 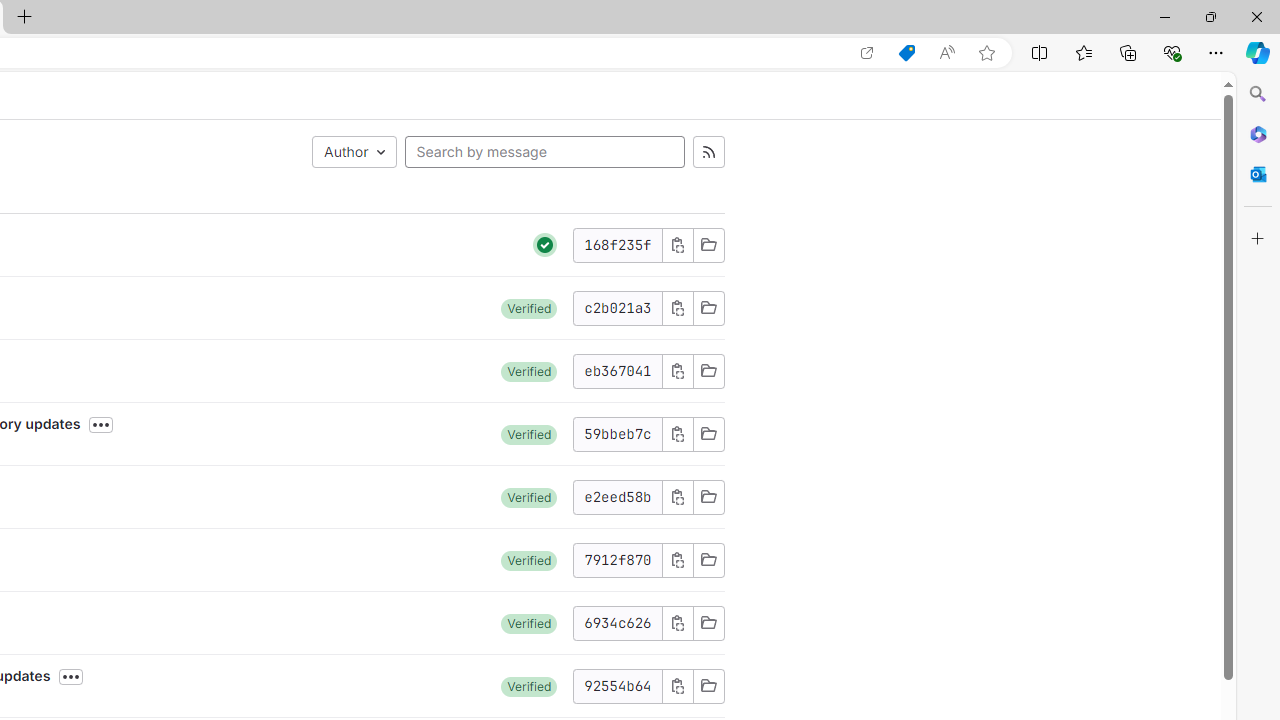 I want to click on 'Class: s16 gl-icon gl-button-icon ', so click(x=677, y=685).